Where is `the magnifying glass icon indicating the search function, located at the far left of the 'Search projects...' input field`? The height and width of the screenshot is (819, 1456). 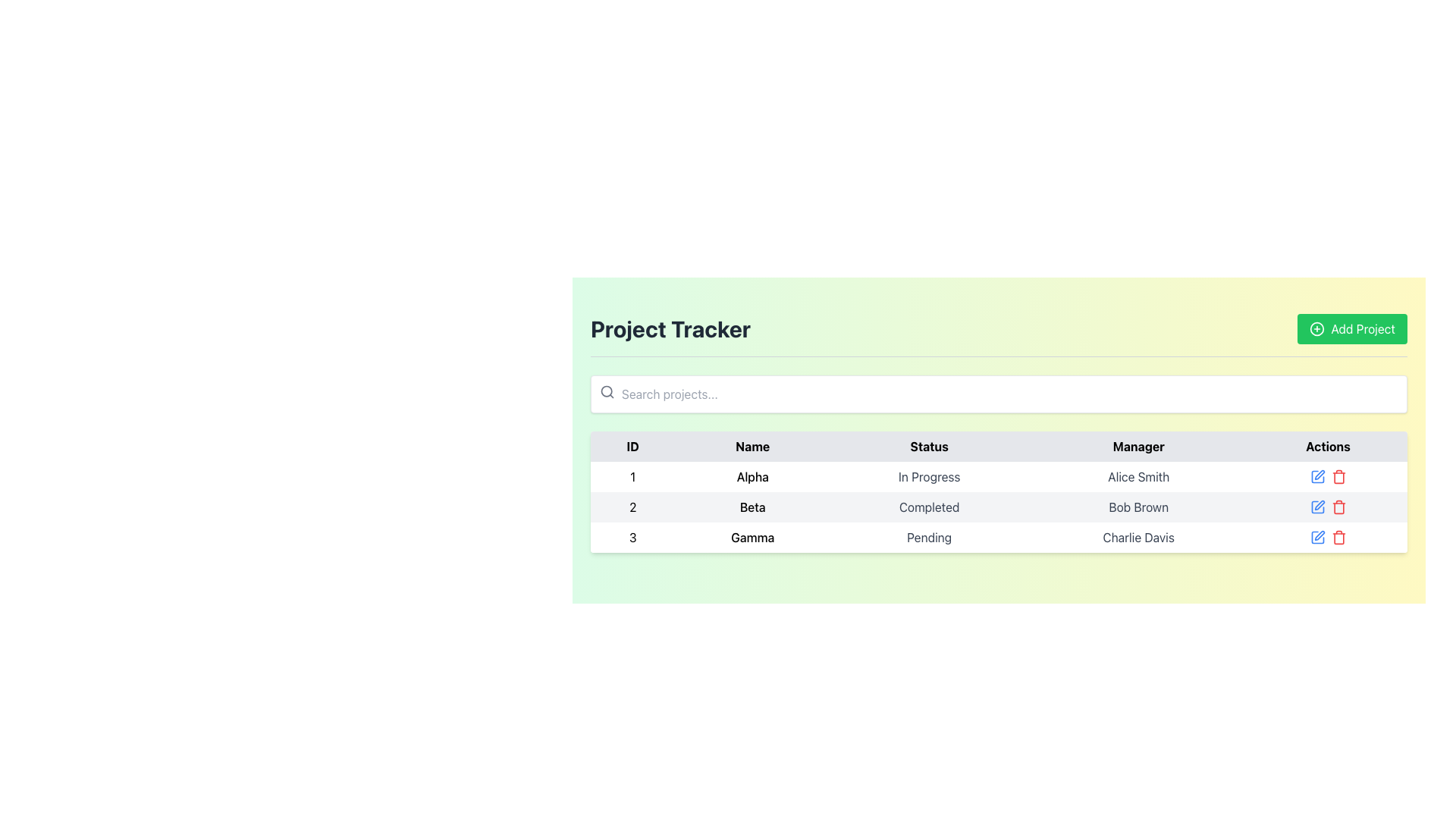
the magnifying glass icon indicating the search function, located at the far left of the 'Search projects...' input field is located at coordinates (607, 391).